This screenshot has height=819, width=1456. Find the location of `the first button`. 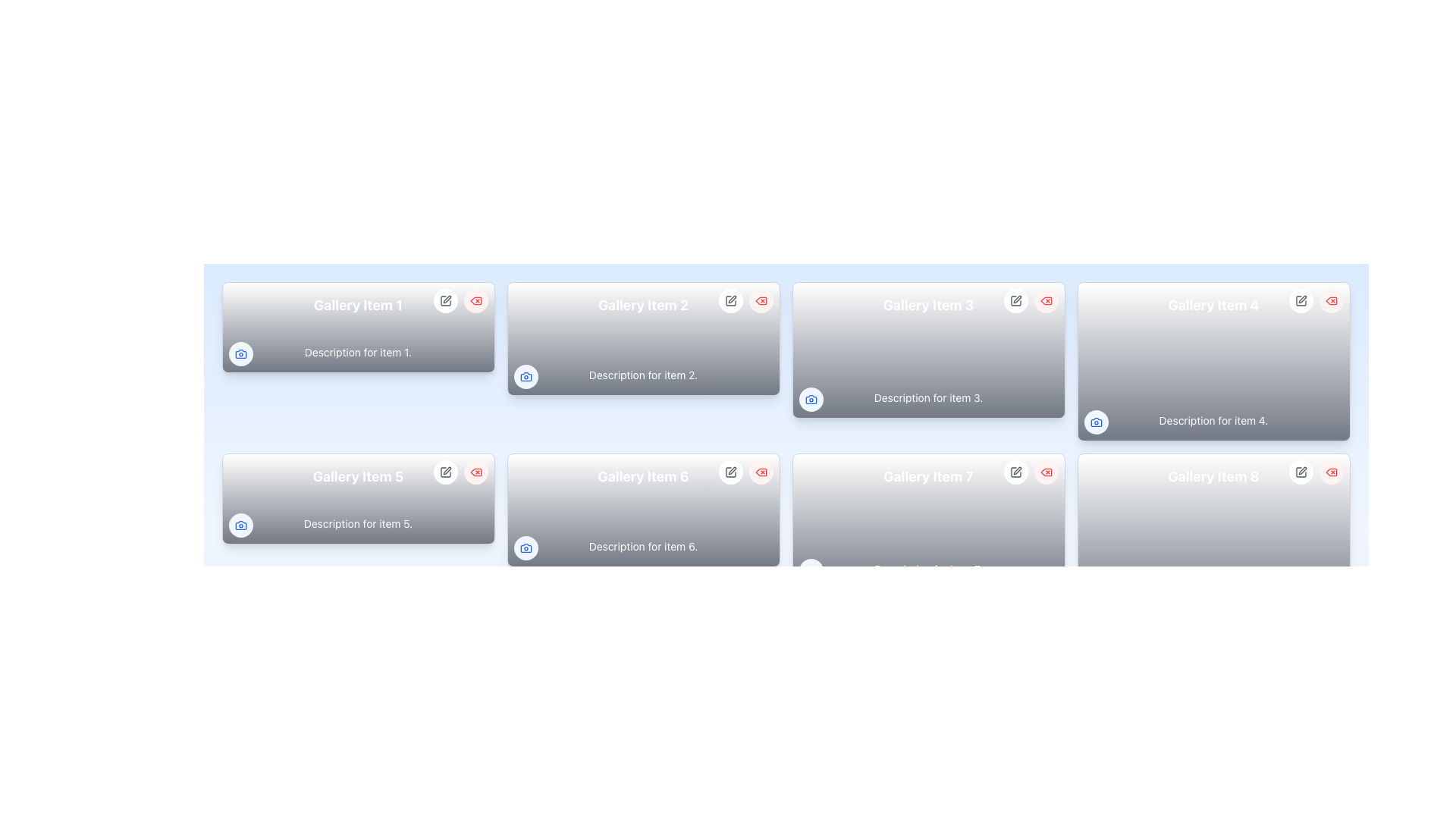

the first button is located at coordinates (444, 643).